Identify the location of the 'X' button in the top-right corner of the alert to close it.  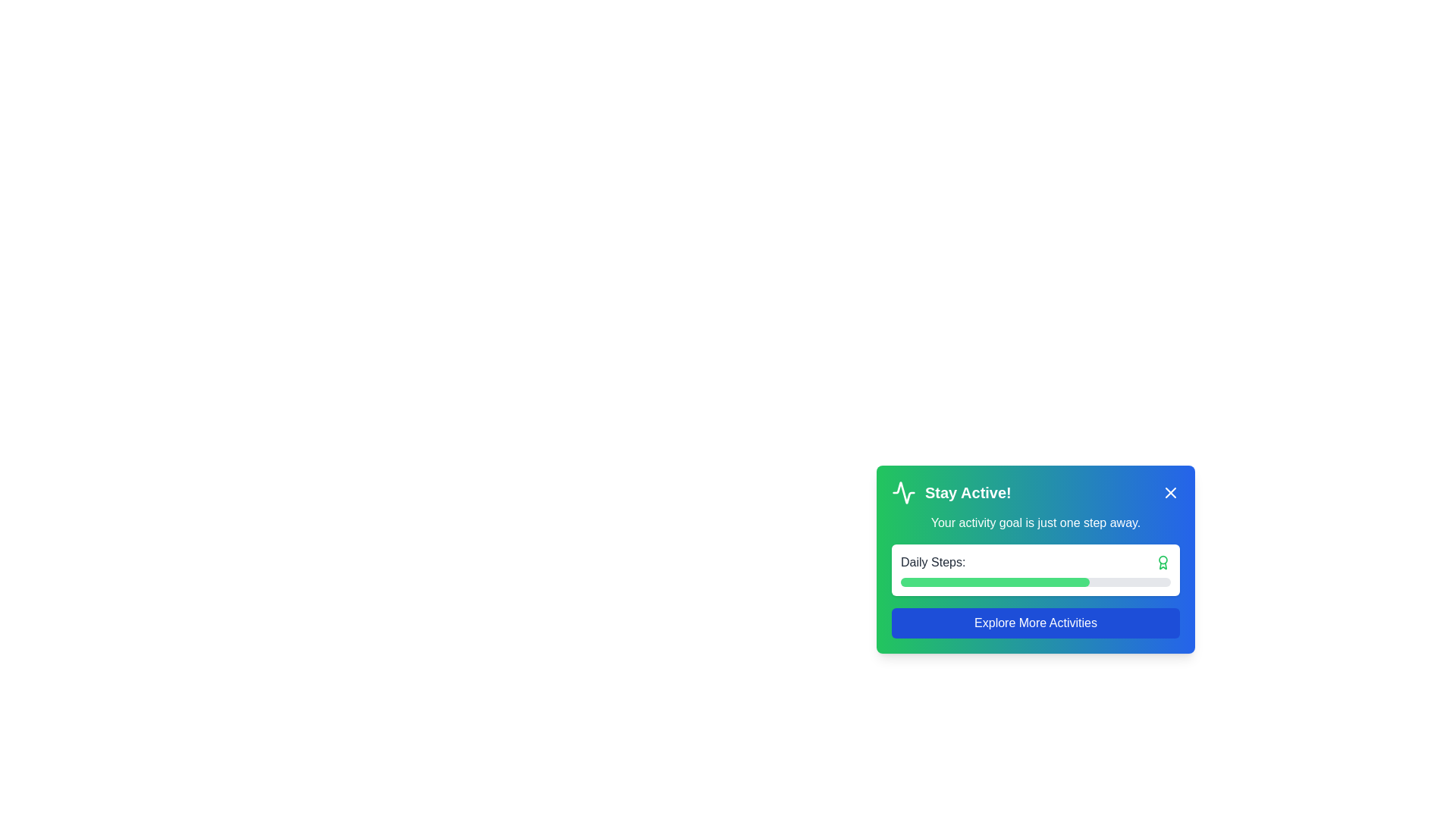
(1170, 493).